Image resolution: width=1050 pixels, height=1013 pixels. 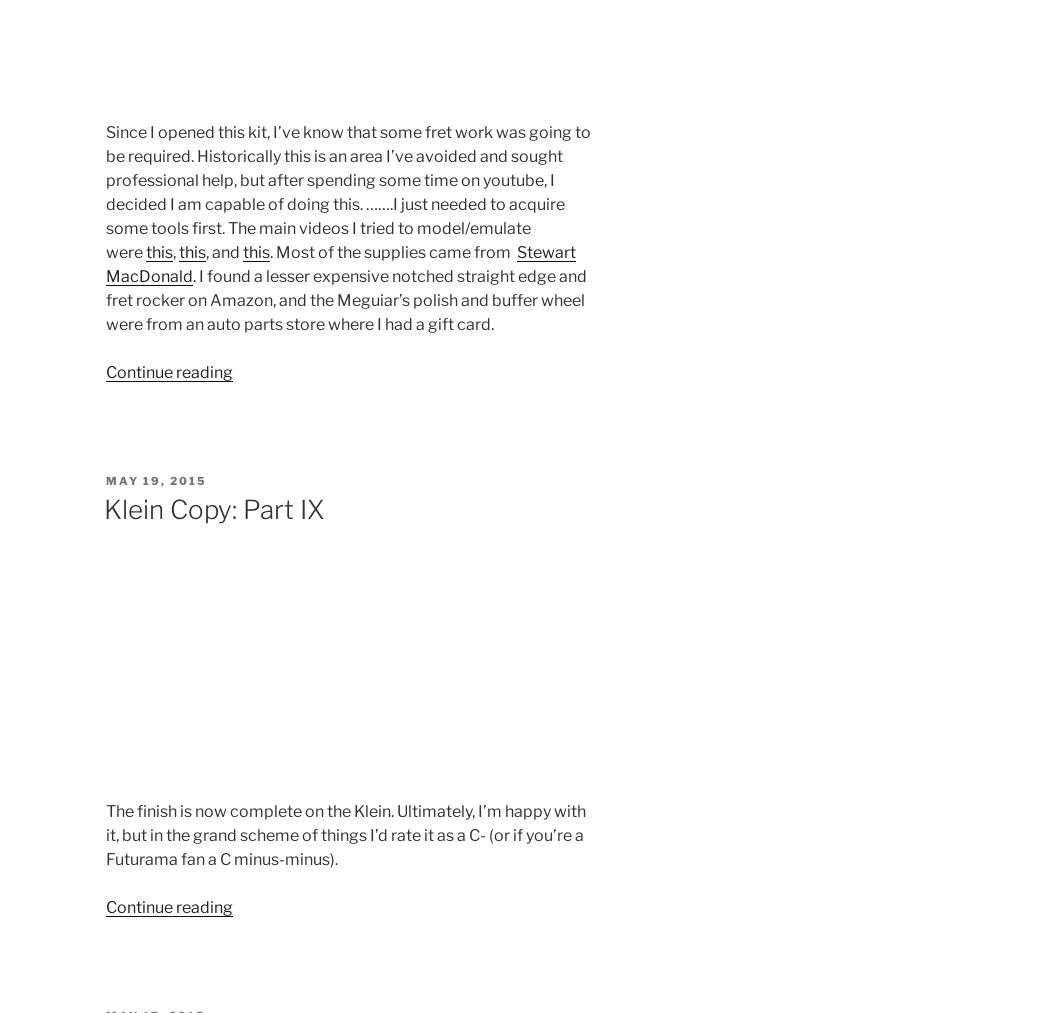 What do you see at coordinates (346, 191) in the screenshot?
I see `'Since I opened this kit, I’ve know that some fret work was going to be required. Historically this is an area I’ve avoided and sought professional help, but after spending some time on youtube, I decided I am capable of doing this. …….I just needed to acquire some tools first. The main videos I tried to model/emulate were'` at bounding box center [346, 191].